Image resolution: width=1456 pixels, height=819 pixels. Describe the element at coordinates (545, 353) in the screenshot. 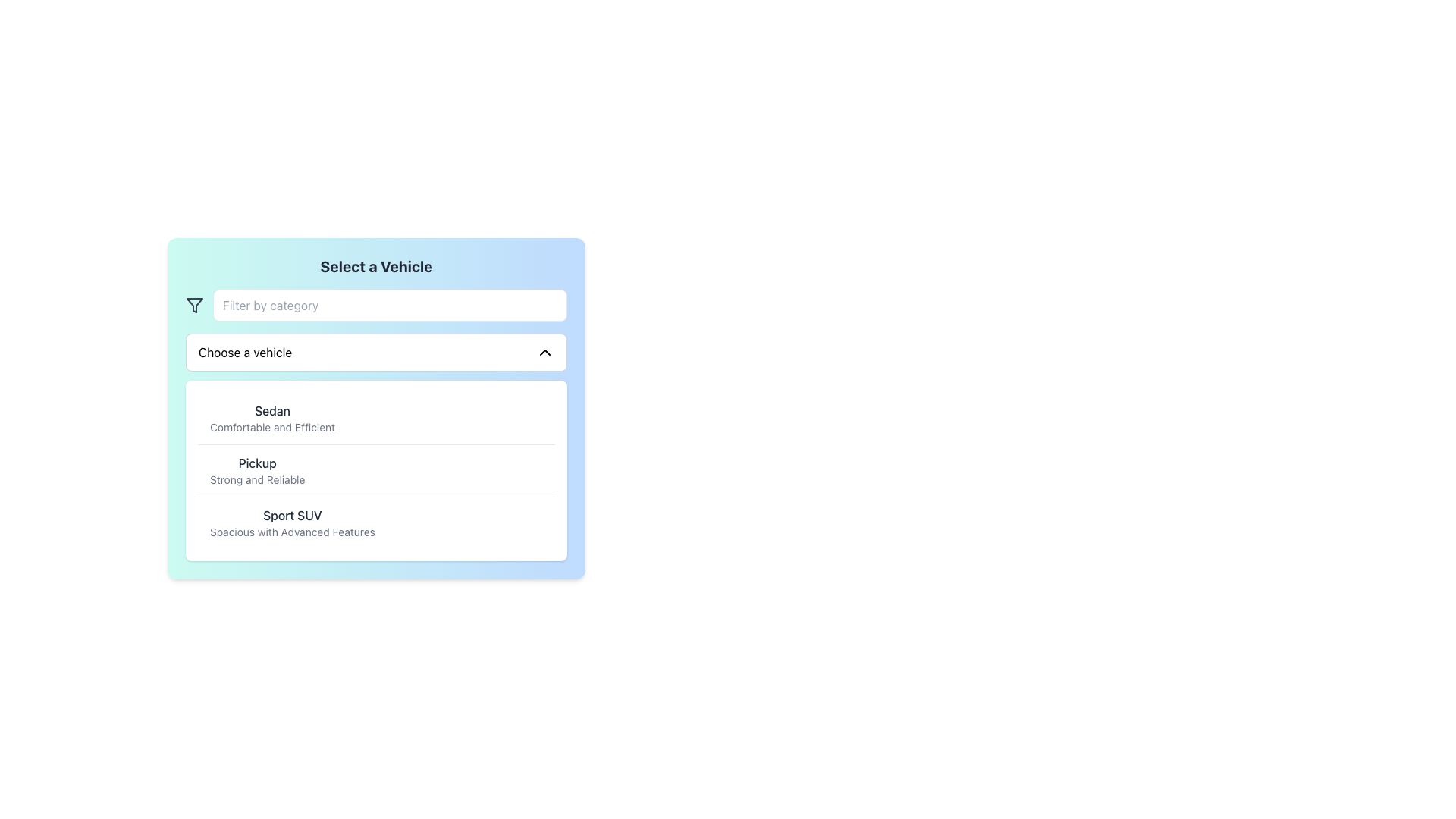

I see `the chevron-down arrow icon located at the right end of the 'Choose a vehicle' dropdown` at that location.